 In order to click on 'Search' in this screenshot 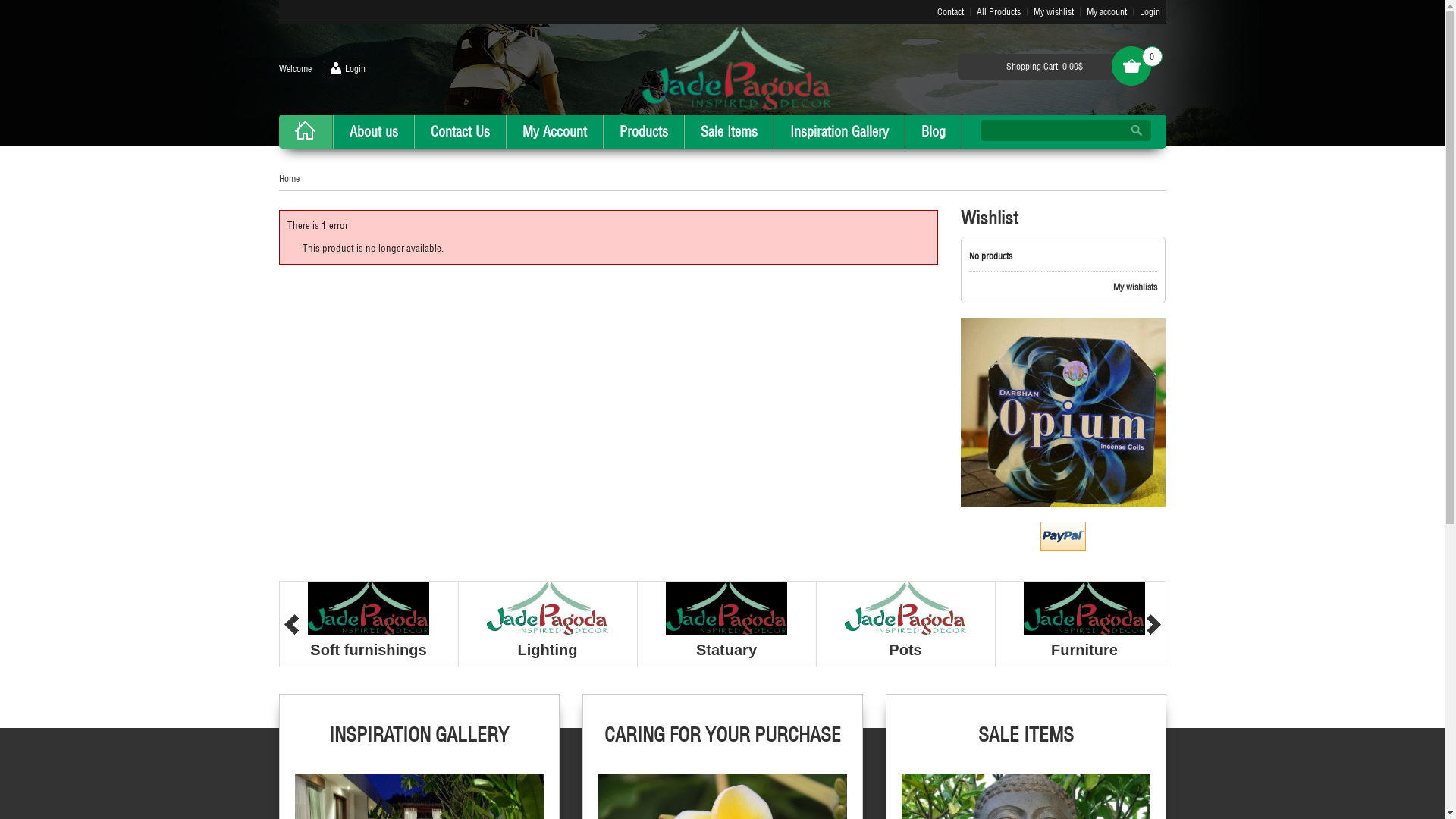, I will do `click(1121, 130)`.